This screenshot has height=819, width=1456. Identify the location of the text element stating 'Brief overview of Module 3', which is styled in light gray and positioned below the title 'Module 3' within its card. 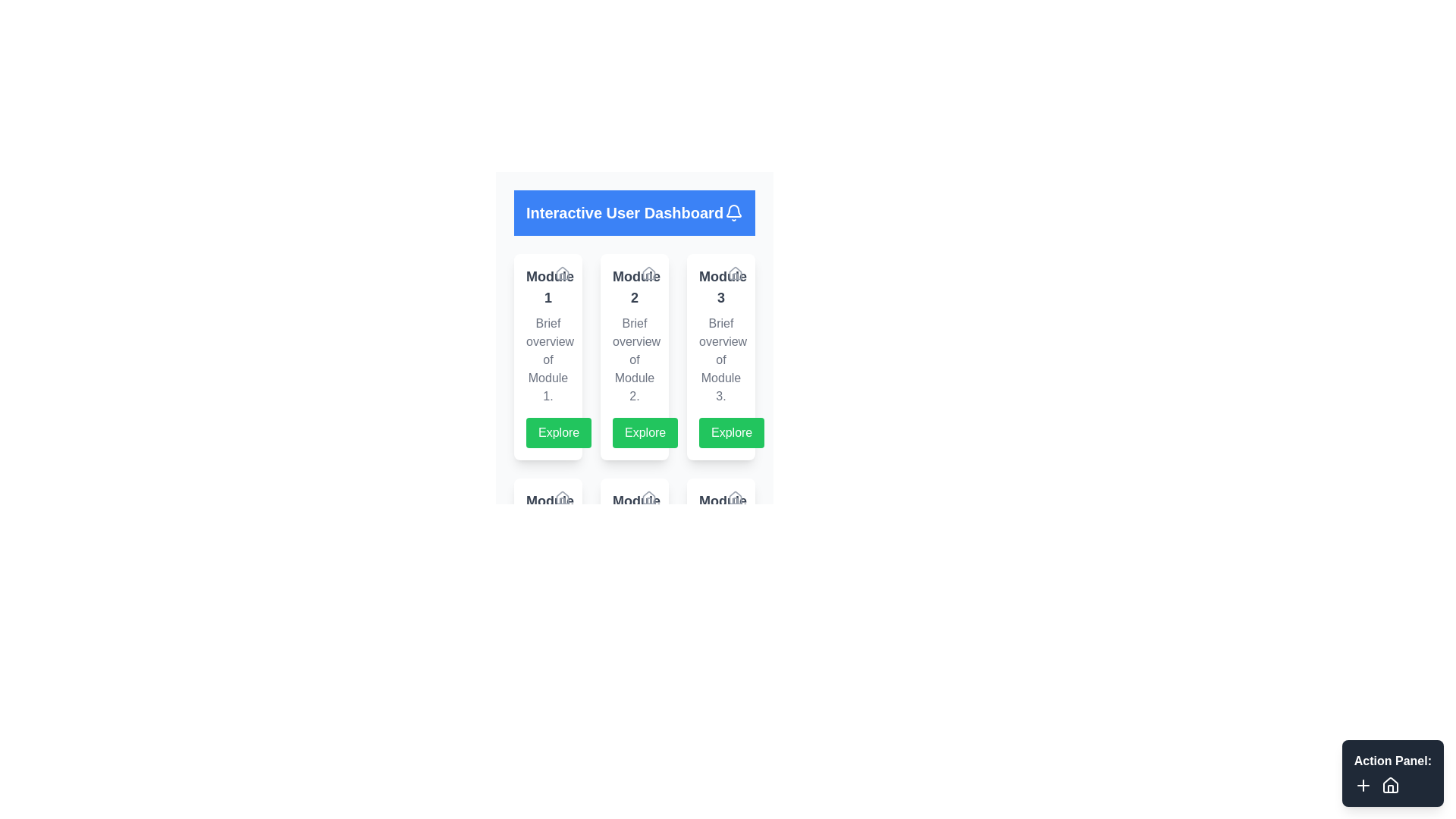
(720, 359).